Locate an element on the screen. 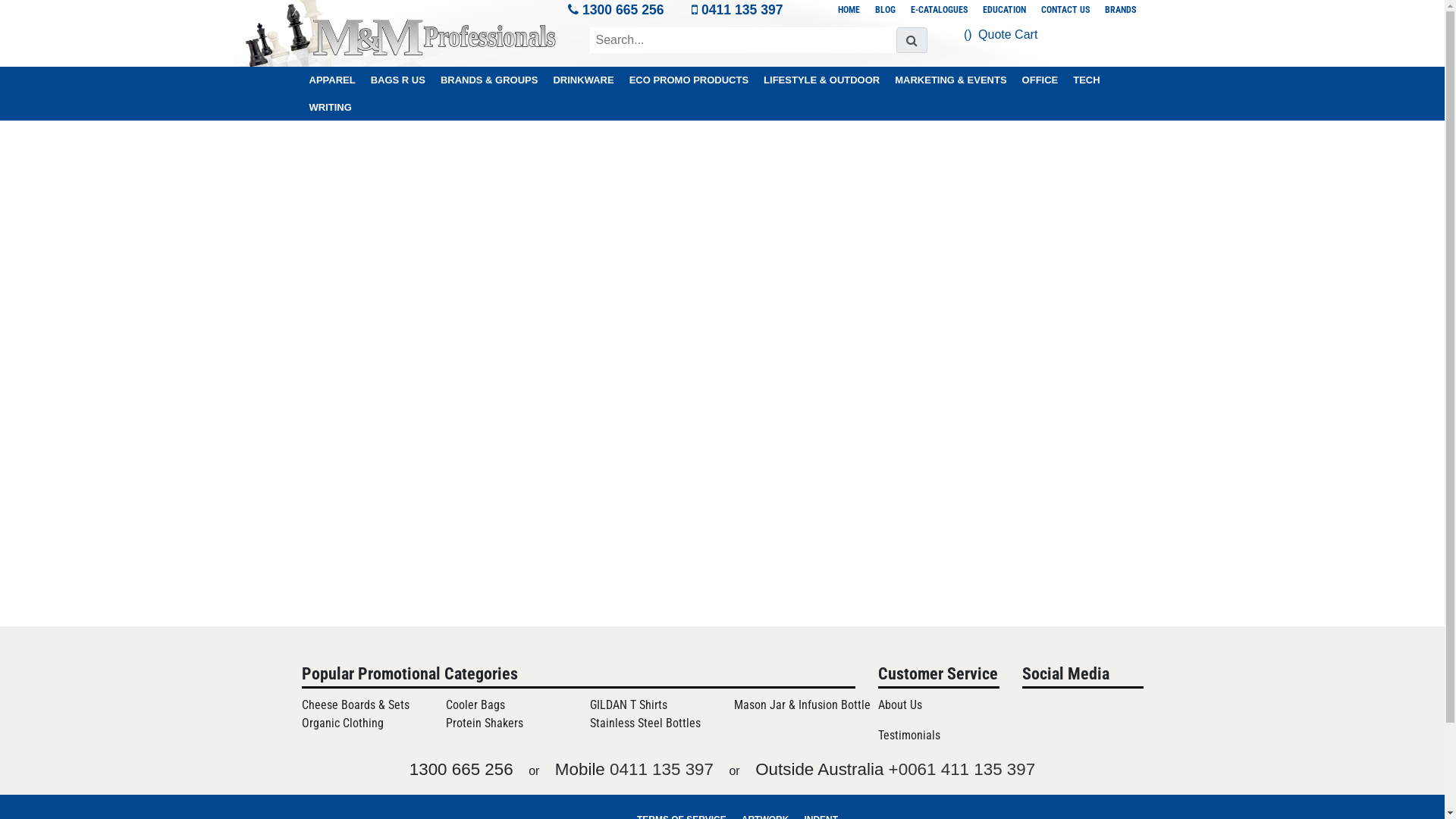 This screenshot has height=819, width=1456. 'Quote Cart' is located at coordinates (1008, 34).